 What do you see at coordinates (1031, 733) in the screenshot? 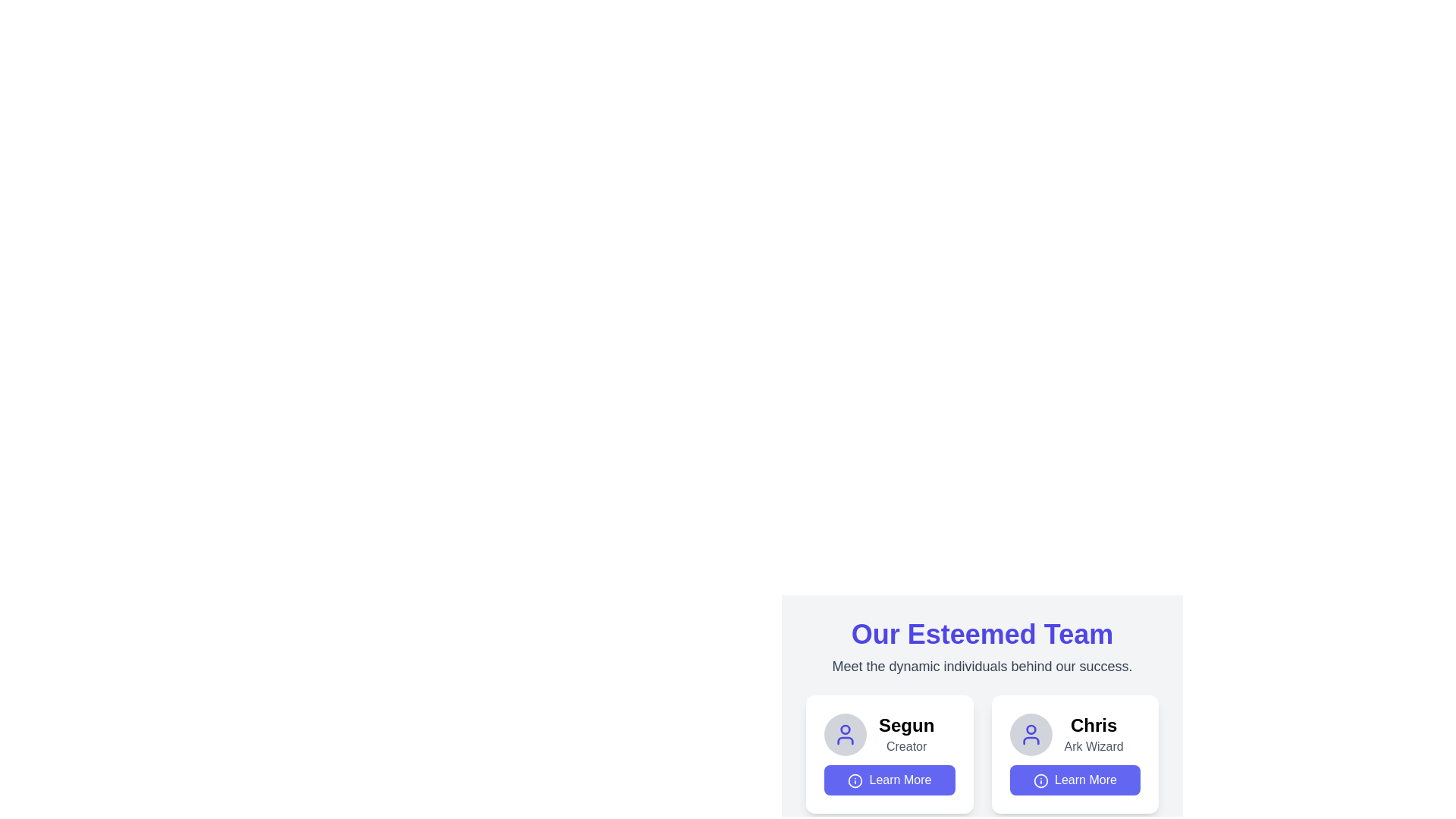
I see `the user profile icon representing 'Chris', which is located on the right side of the 'Our Esteemed Team' section, as the second profile from the left` at bounding box center [1031, 733].